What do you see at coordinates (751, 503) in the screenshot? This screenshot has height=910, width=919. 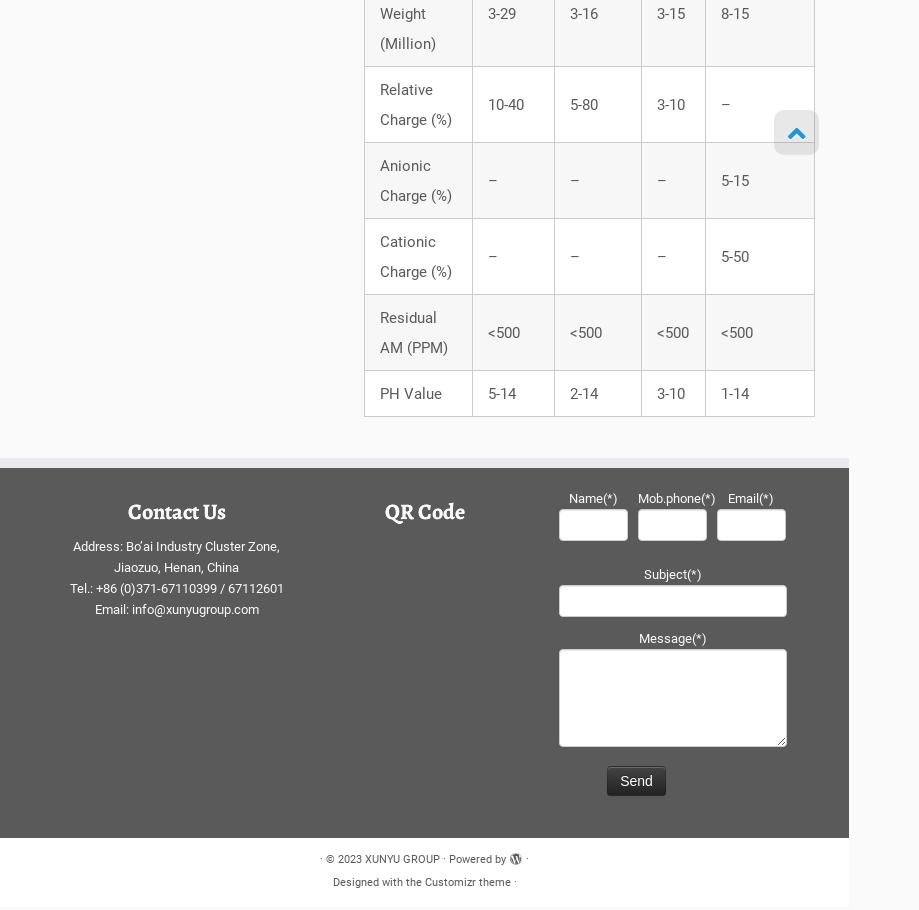 I see `'Email(*)'` at bounding box center [751, 503].